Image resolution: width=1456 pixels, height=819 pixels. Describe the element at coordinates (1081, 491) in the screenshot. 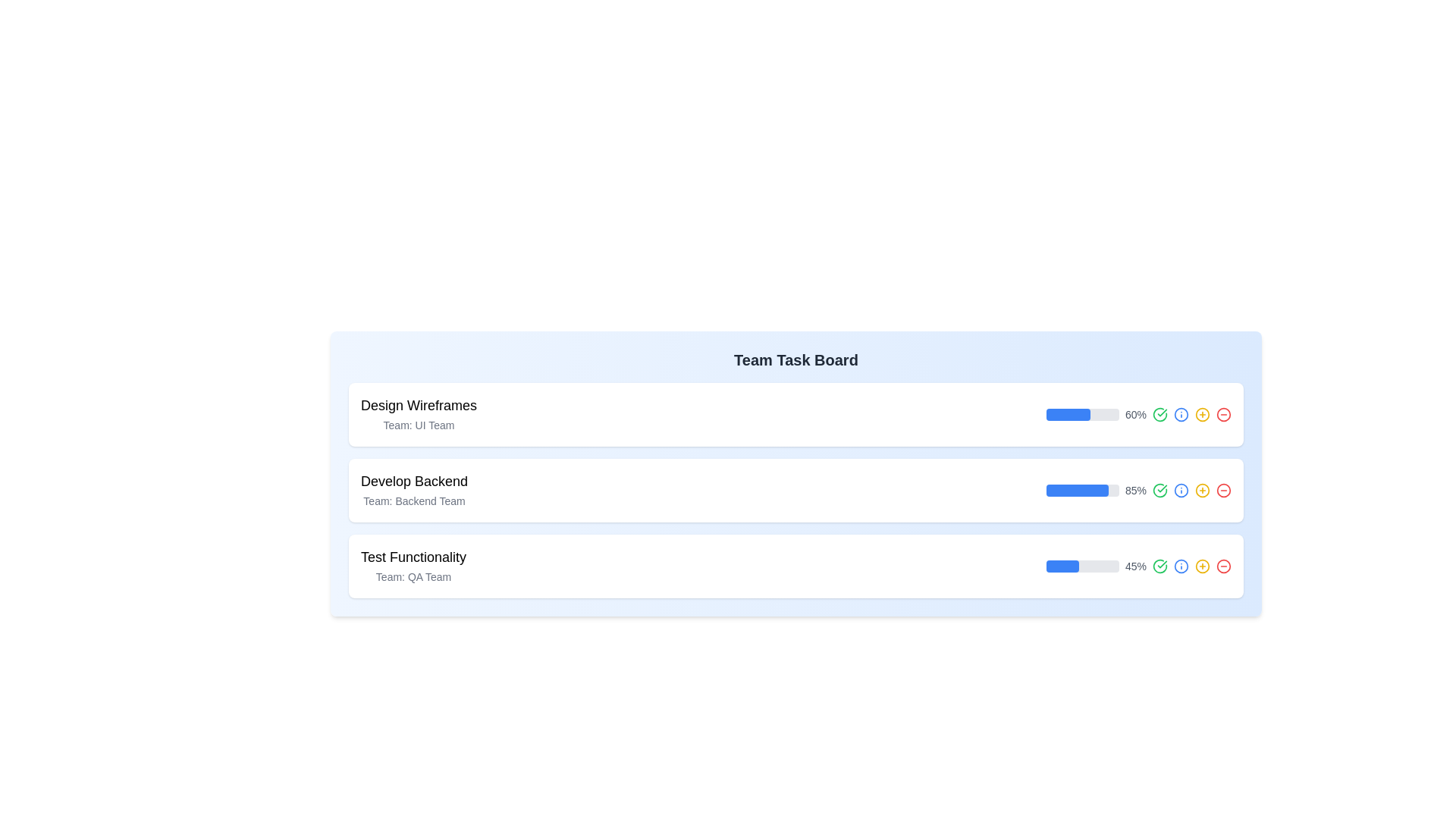

I see `the progress bar in the middle row labeled 'Develop Backend', which indicates a filled percentage of 85%` at that location.